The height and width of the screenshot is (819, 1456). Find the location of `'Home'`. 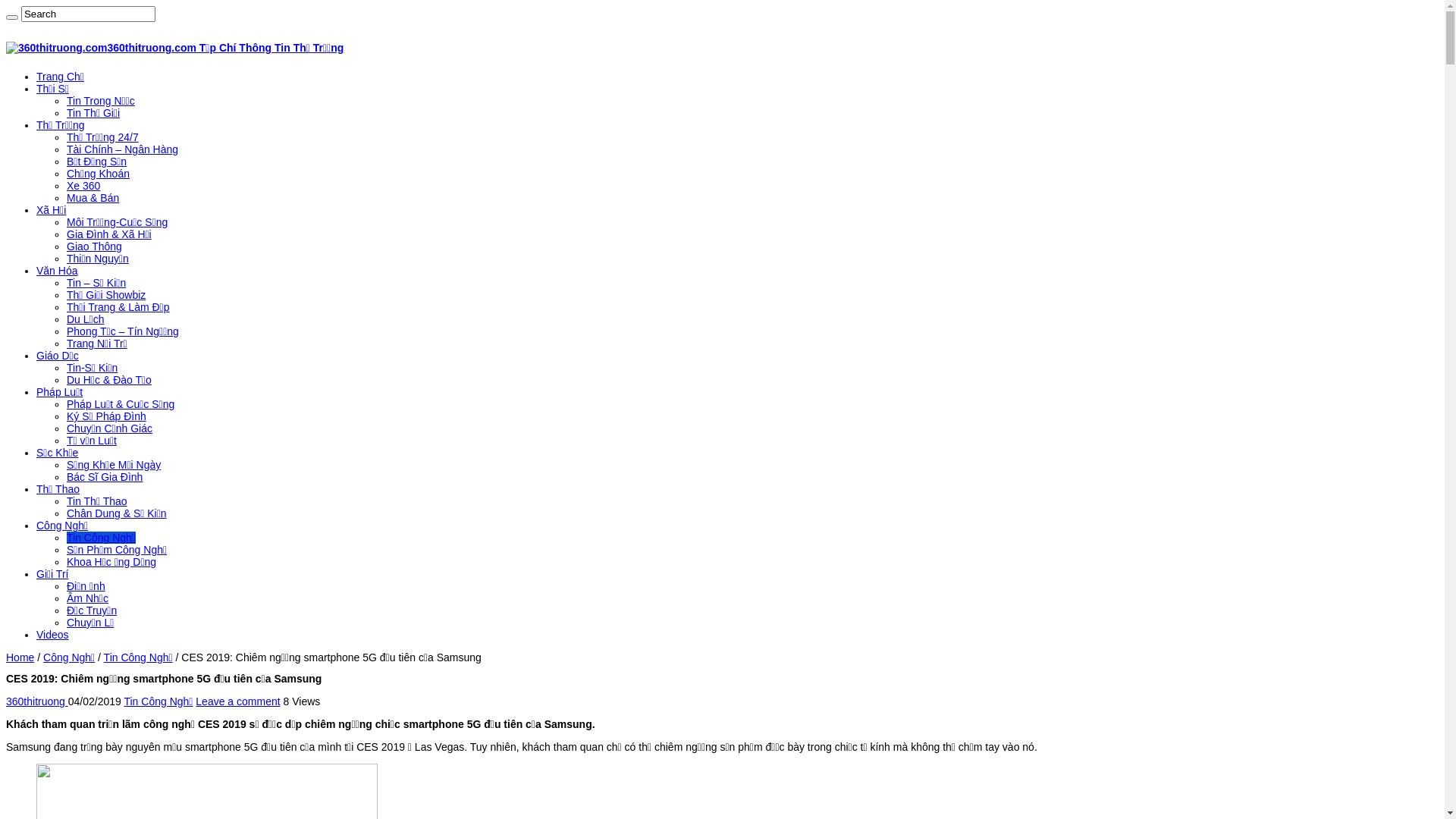

'Home' is located at coordinates (6, 657).